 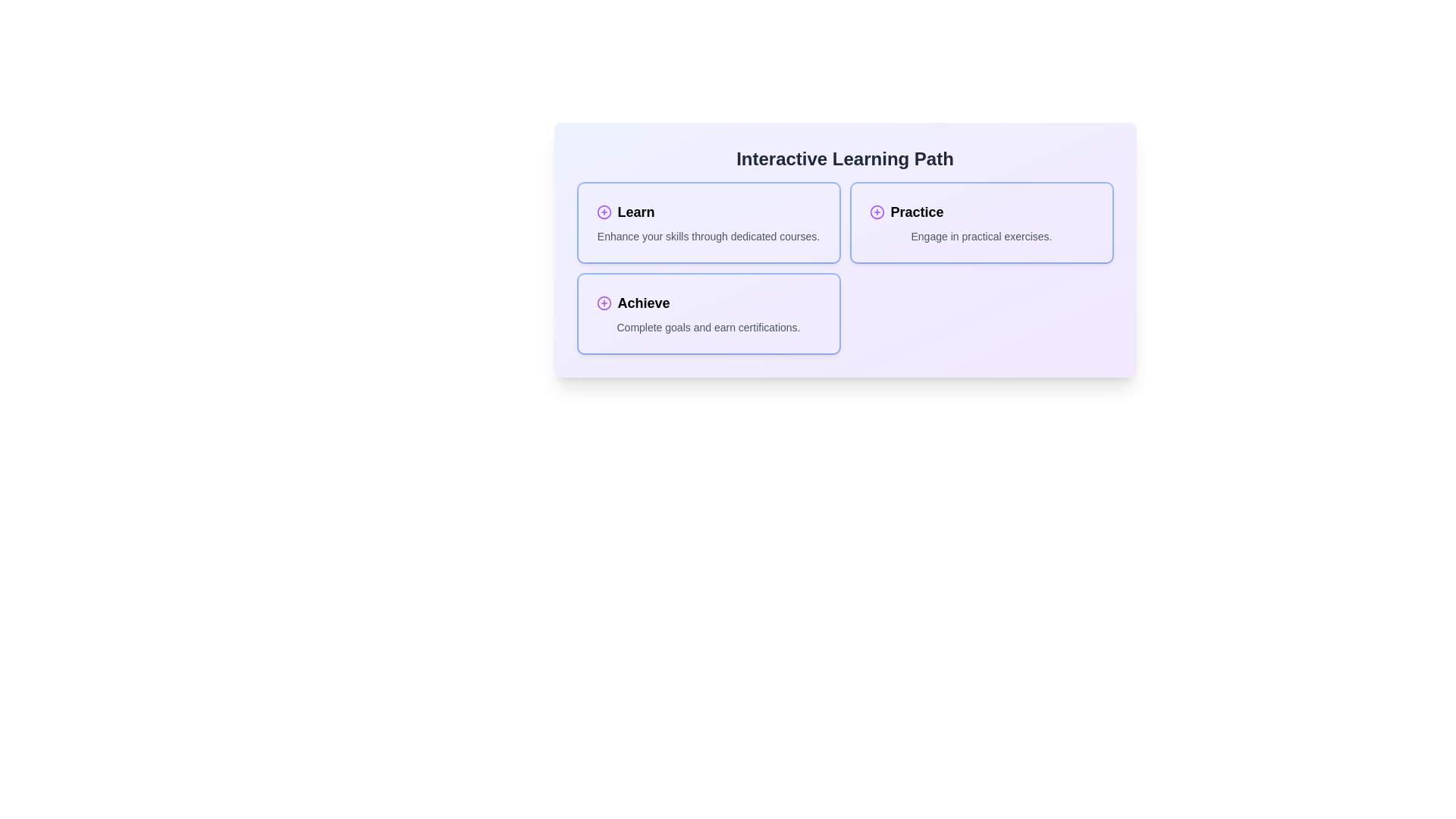 I want to click on the third selectable card located in the bottom-left corner of the group, positioned below the 'Learn' card and to the left of the 'Practice' card, so click(x=708, y=312).